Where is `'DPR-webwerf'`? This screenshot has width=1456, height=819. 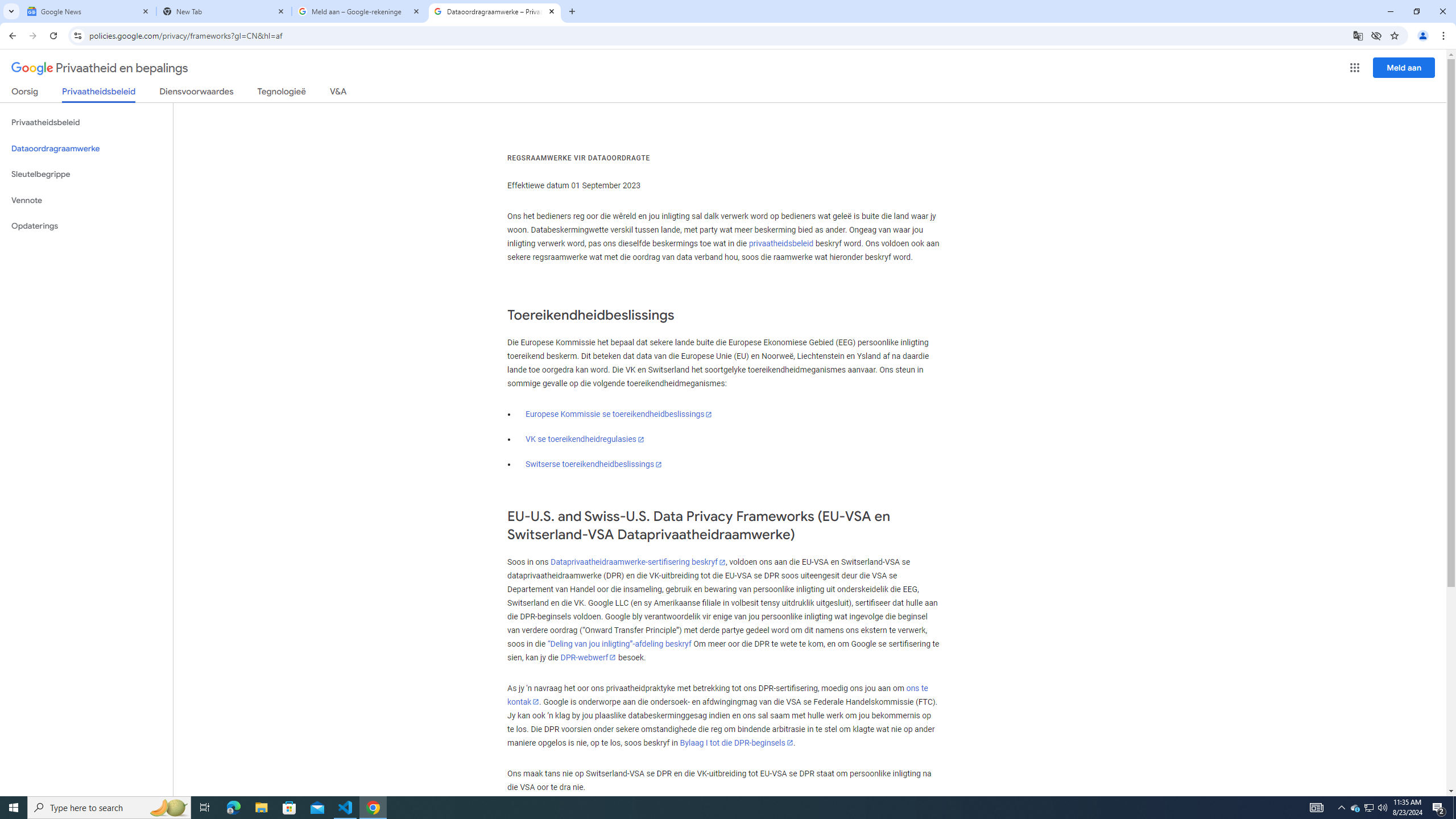 'DPR-webwerf' is located at coordinates (588, 657).